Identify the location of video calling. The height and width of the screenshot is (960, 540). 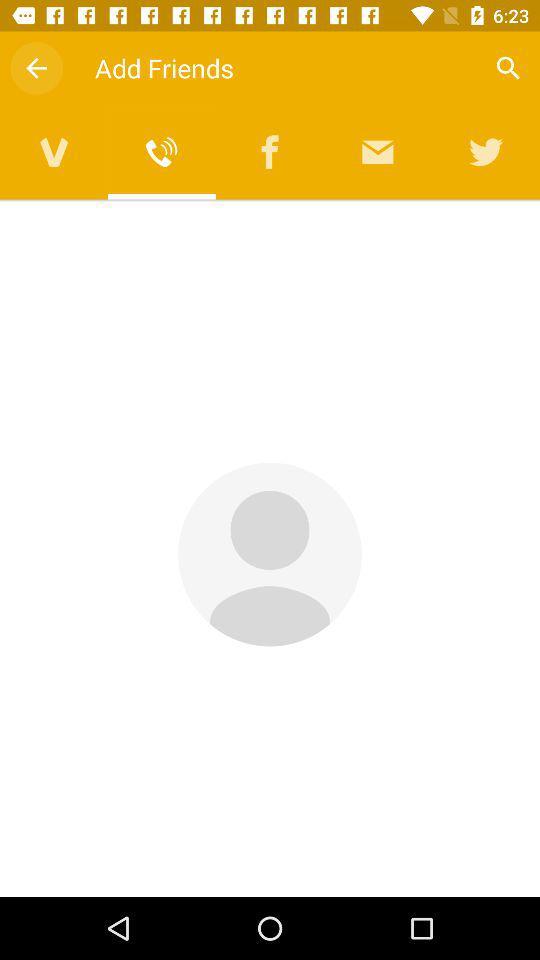
(54, 151).